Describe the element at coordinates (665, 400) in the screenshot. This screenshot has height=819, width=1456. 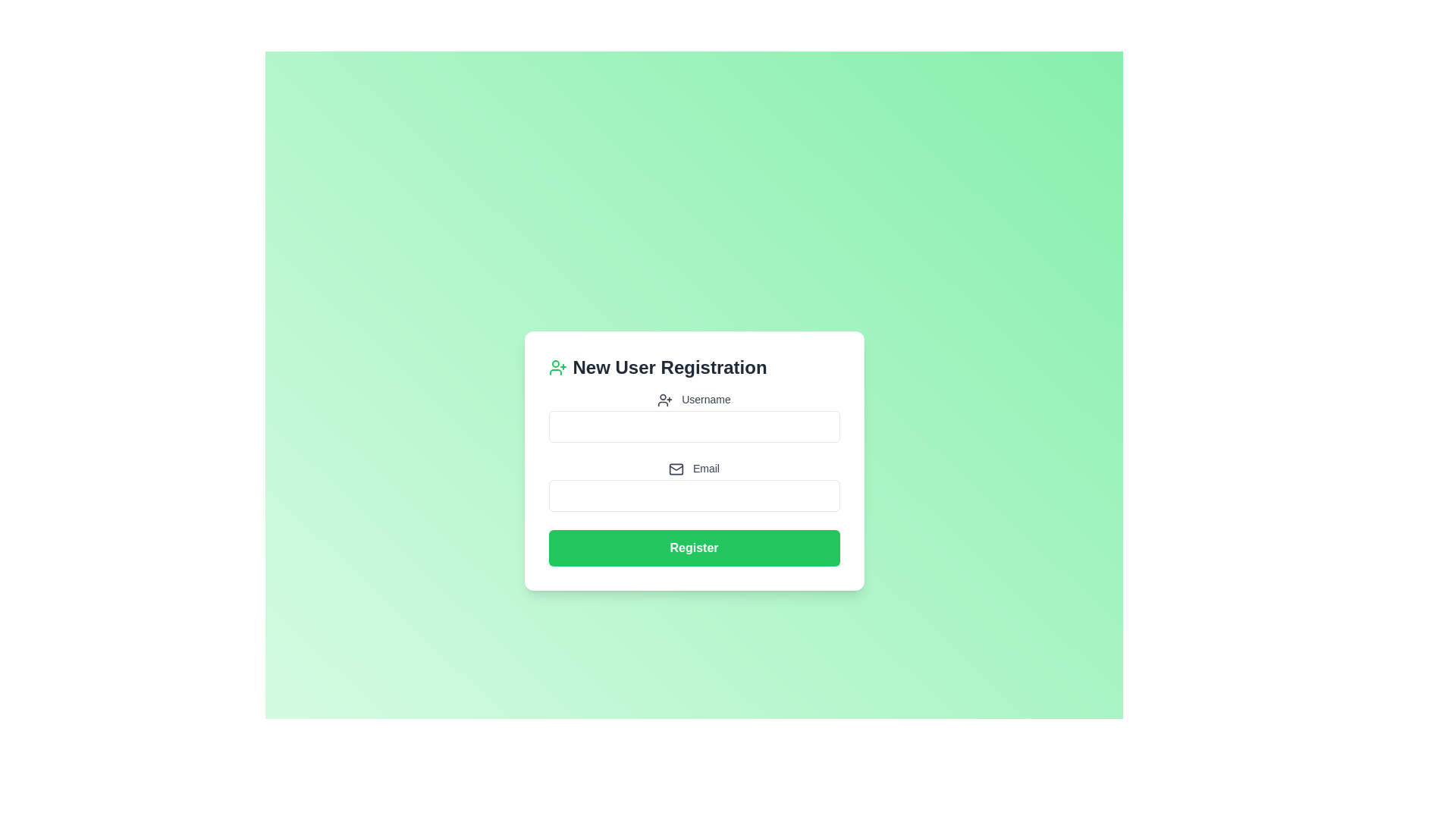
I see `the icon that indicates adding or creating user accounts, which is positioned to the left of the 'Username' label in the registration form` at that location.